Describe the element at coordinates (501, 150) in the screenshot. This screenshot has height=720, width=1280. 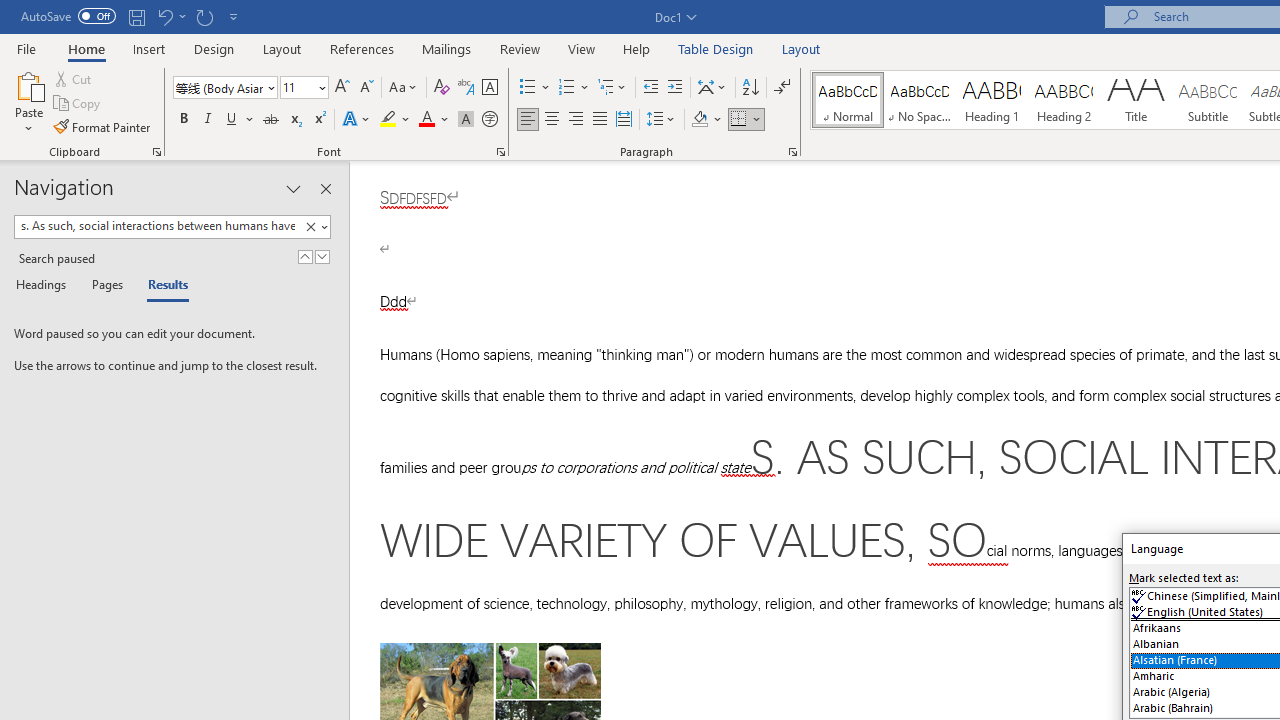
I see `'Font...'` at that location.